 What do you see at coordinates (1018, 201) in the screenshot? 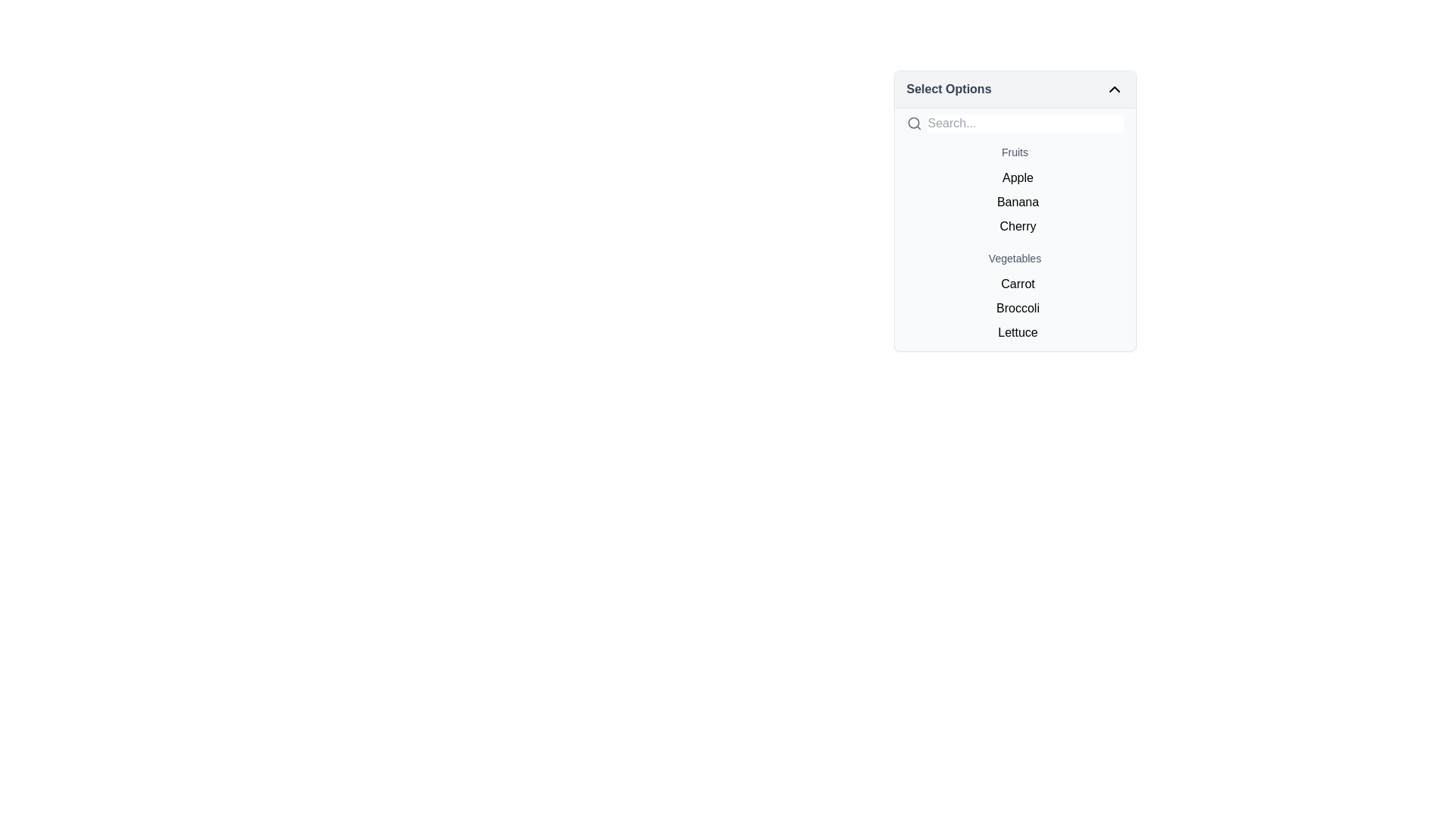
I see `the second item in the dropdown menu under the 'Fruits' category` at bounding box center [1018, 201].